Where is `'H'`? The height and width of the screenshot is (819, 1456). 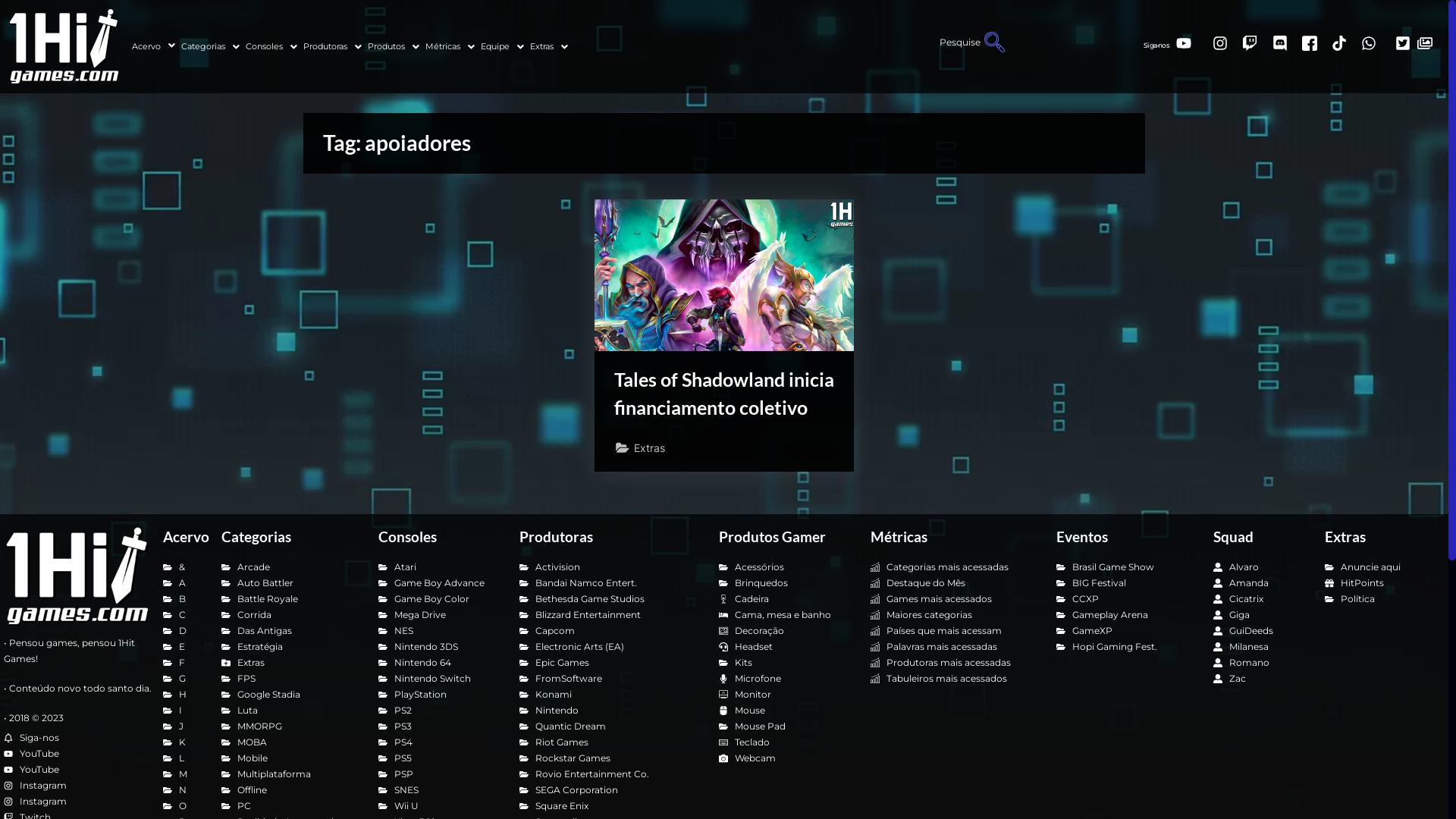 'H' is located at coordinates (184, 694).